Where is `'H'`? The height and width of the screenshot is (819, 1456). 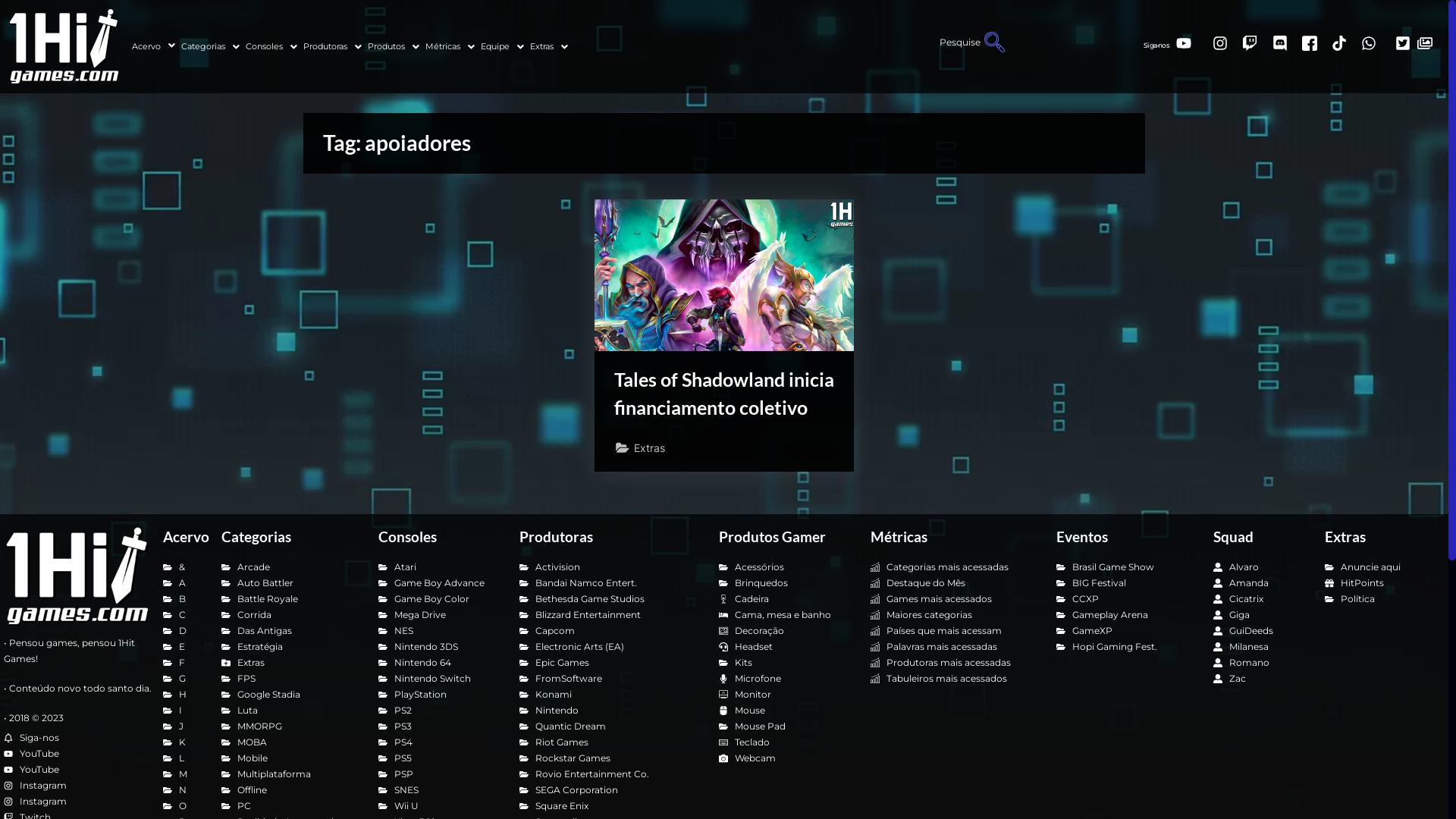 'H' is located at coordinates (184, 694).